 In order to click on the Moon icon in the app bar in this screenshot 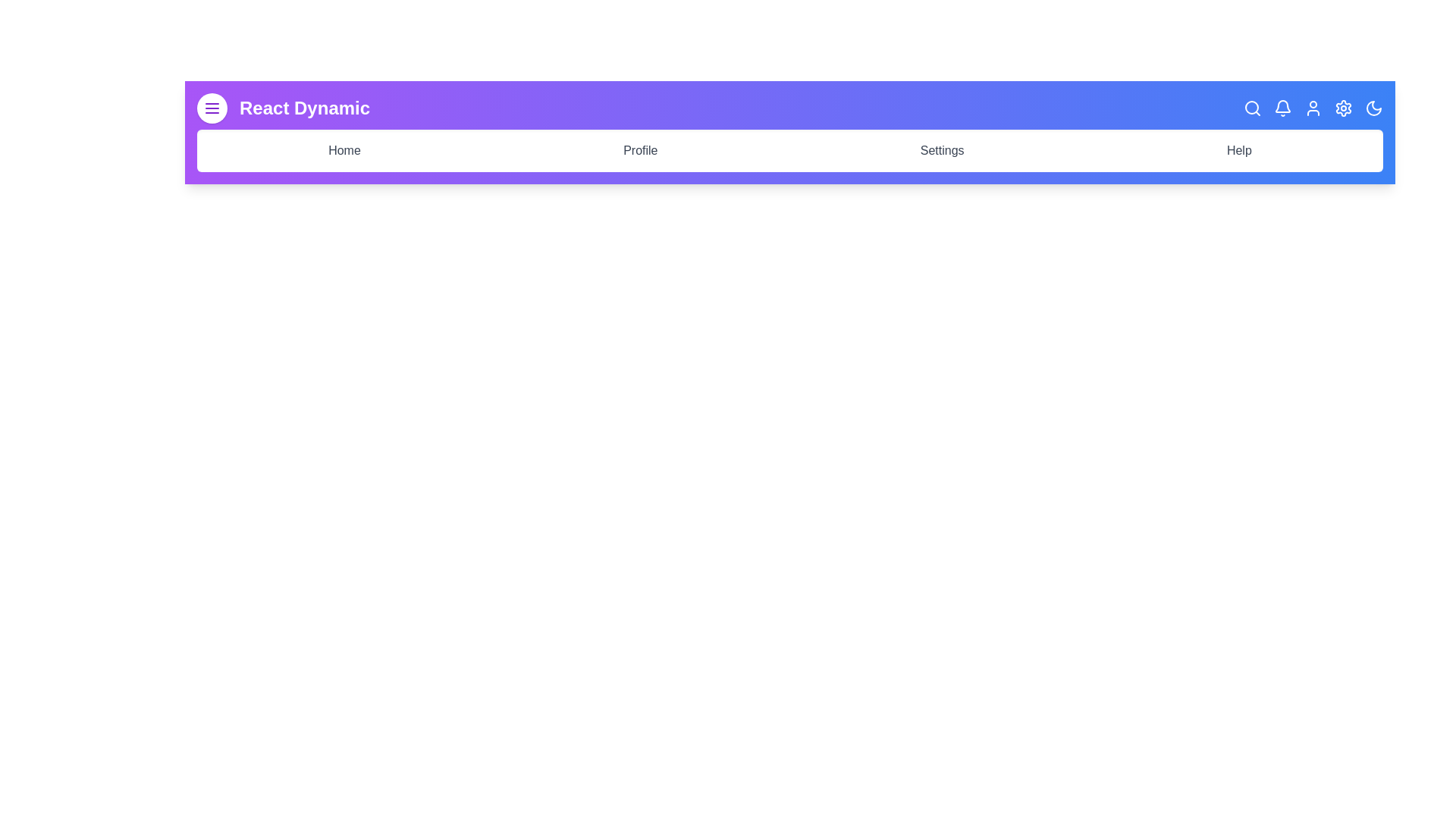, I will do `click(1373, 107)`.